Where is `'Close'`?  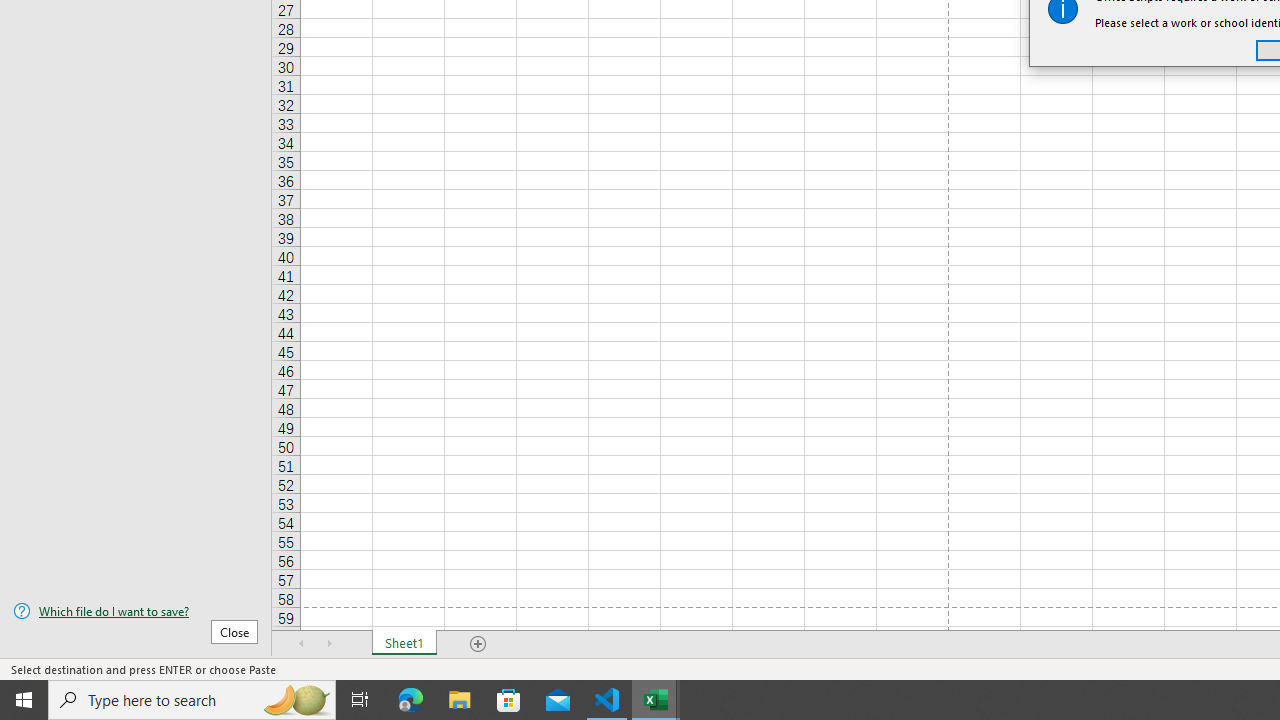 'Close' is located at coordinates (234, 631).